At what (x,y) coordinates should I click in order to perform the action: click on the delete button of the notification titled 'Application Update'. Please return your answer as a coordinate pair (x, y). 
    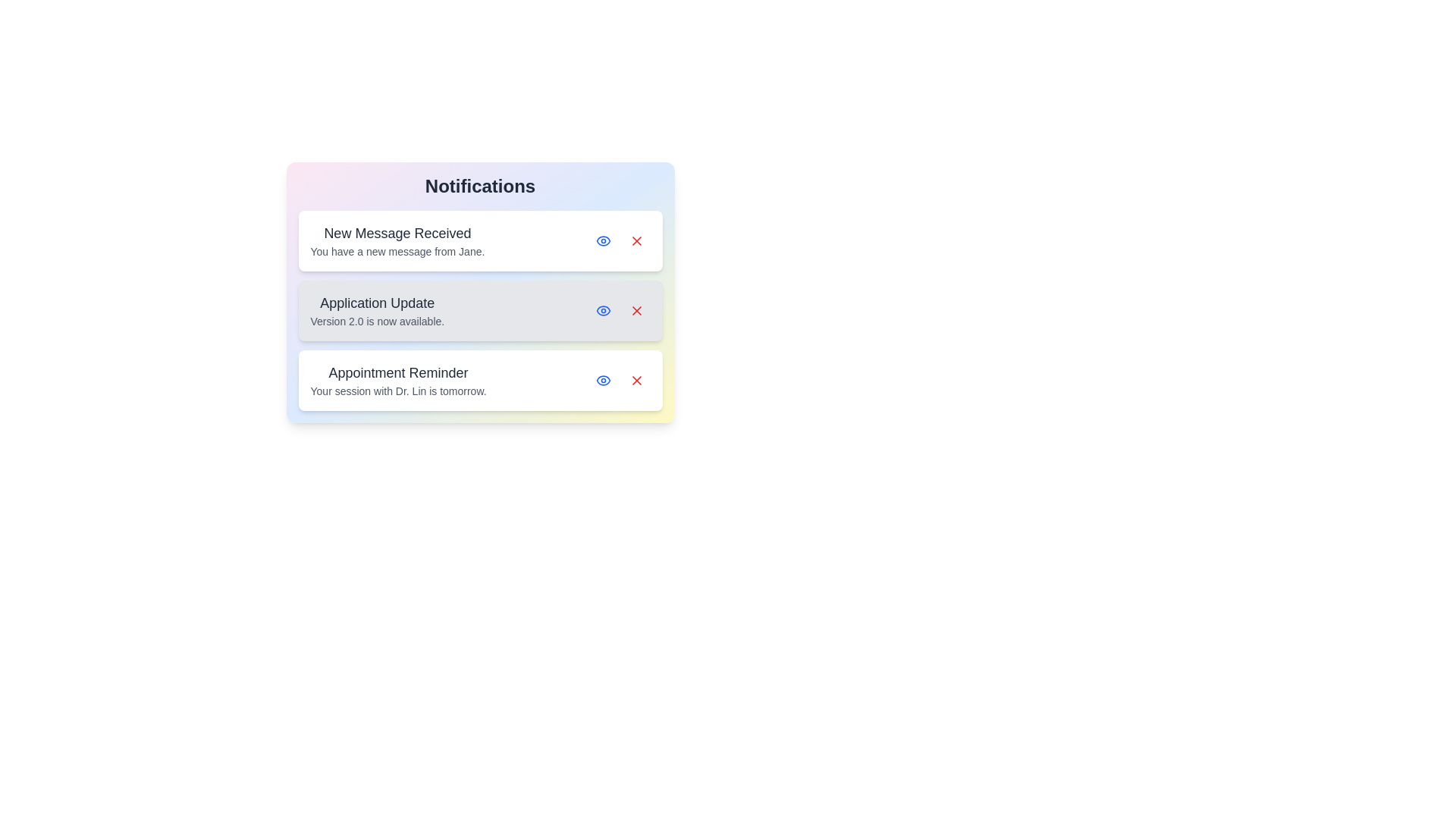
    Looking at the image, I should click on (636, 309).